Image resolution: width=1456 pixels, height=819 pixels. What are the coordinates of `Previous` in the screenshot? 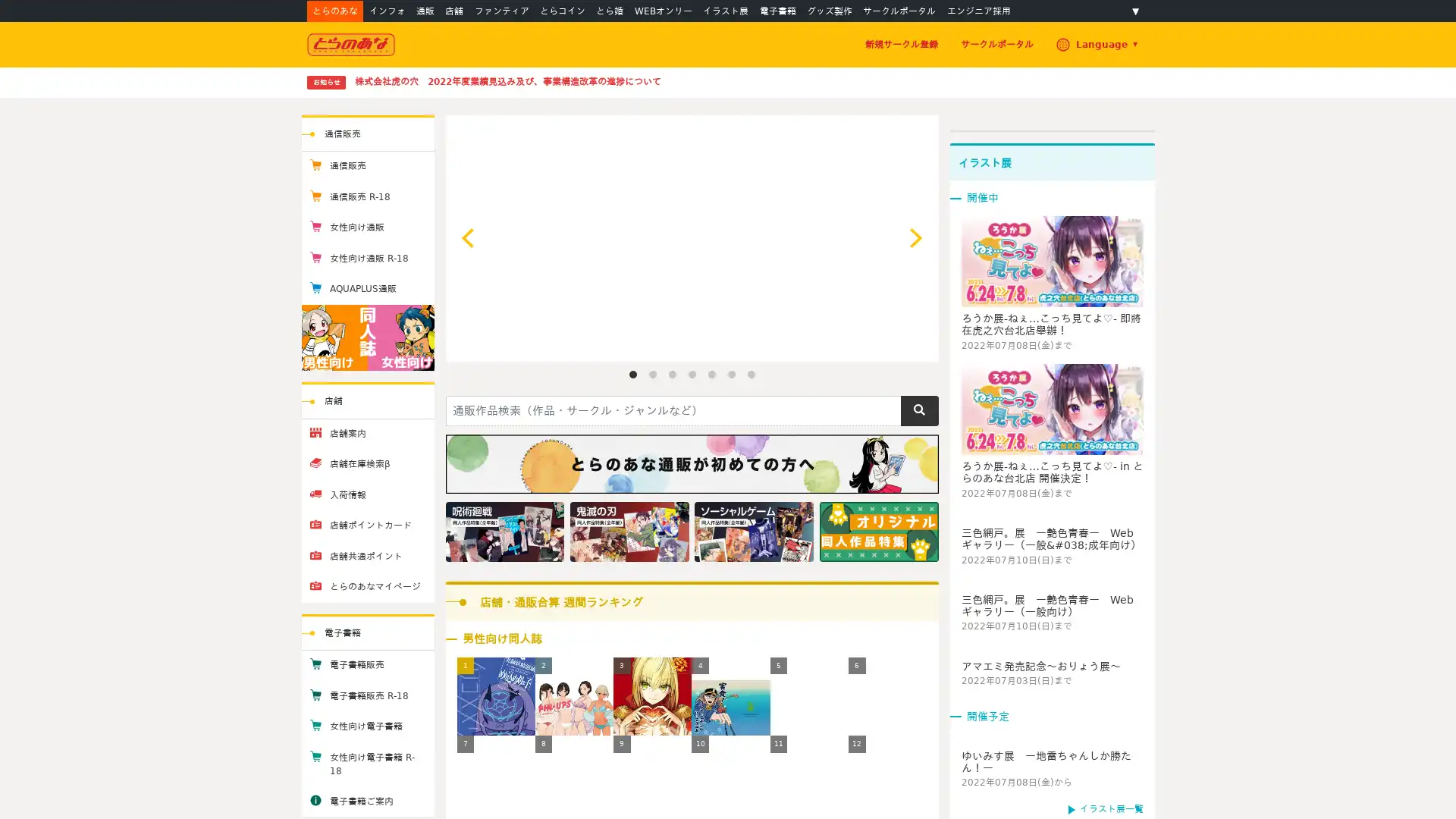 It's located at (469, 237).